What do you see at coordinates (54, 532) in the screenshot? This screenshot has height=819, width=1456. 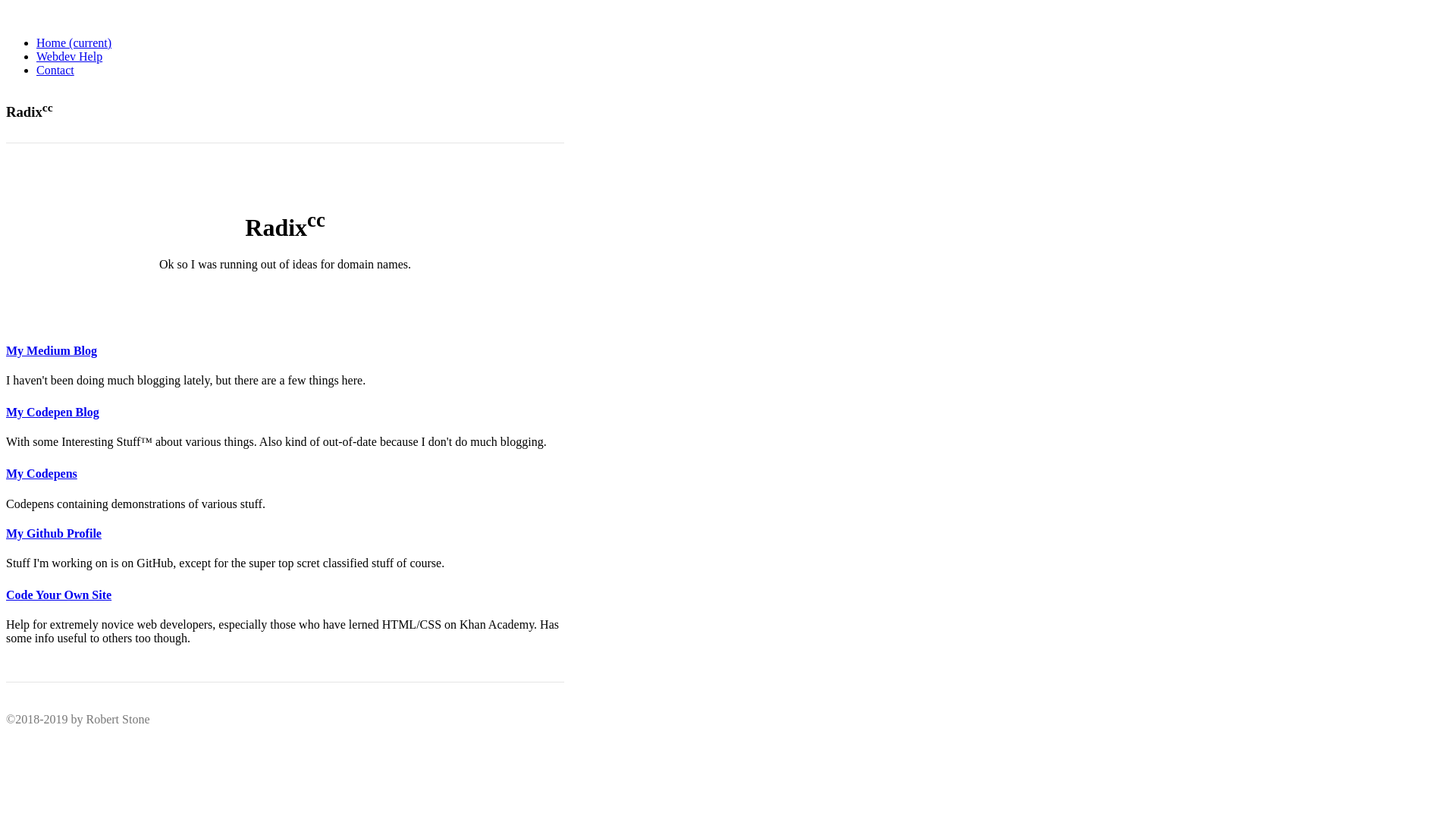 I see `'My Github Profile'` at bounding box center [54, 532].